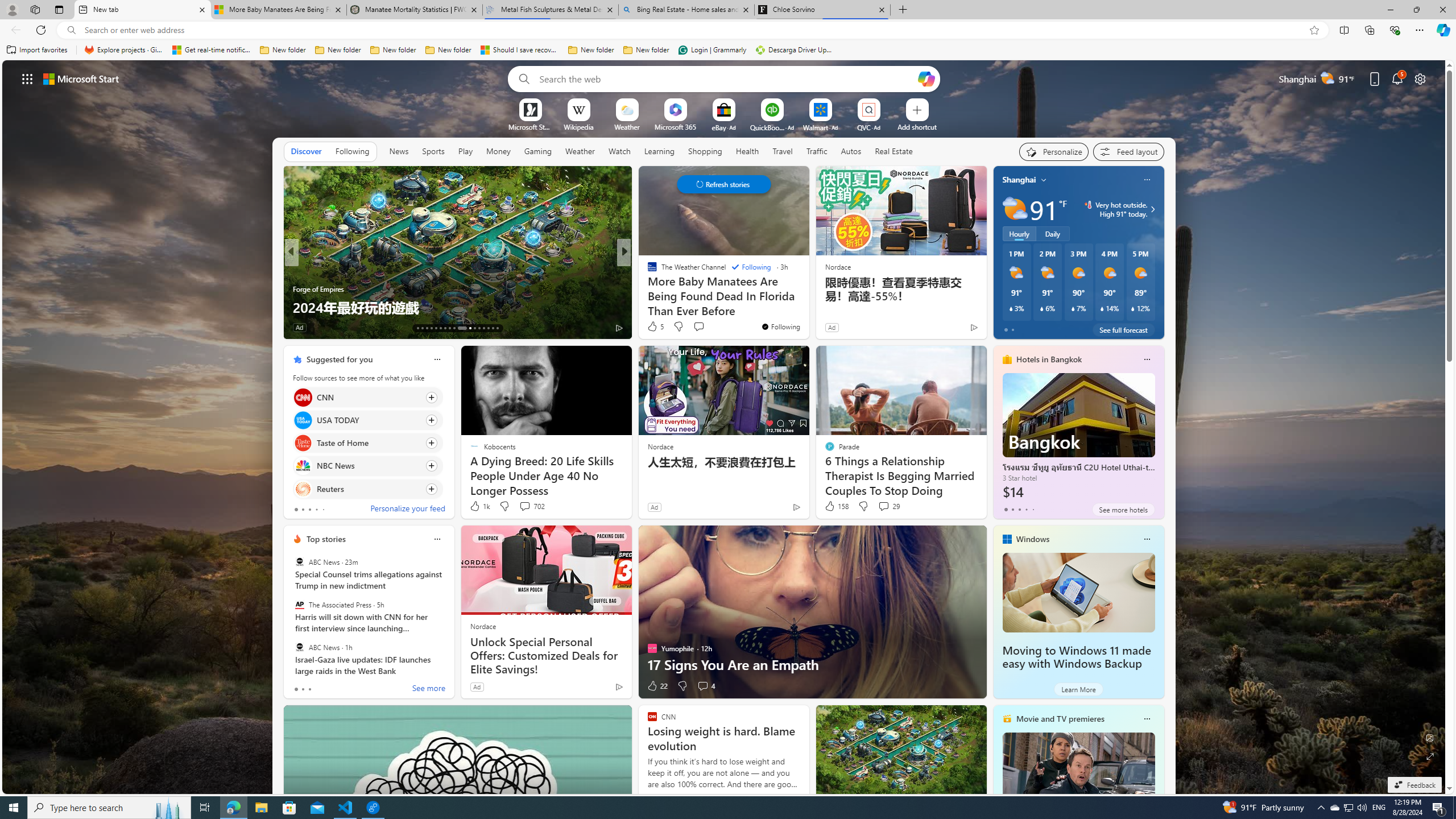 This screenshot has height=819, width=1456. What do you see at coordinates (427, 328) in the screenshot?
I see `'AutomationID: tab-15'` at bounding box center [427, 328].